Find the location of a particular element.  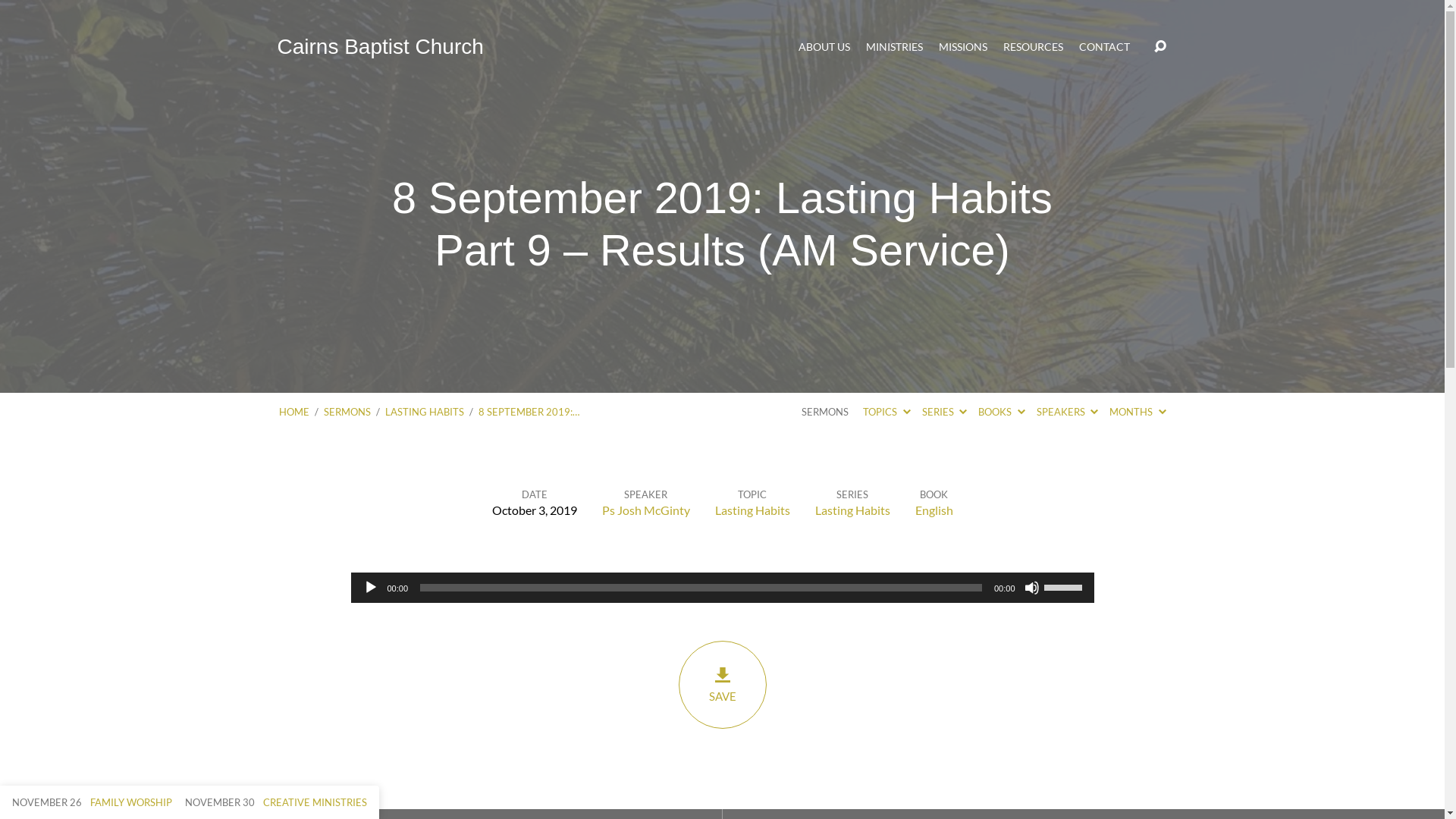

'MINISTRIES' is located at coordinates (894, 45).